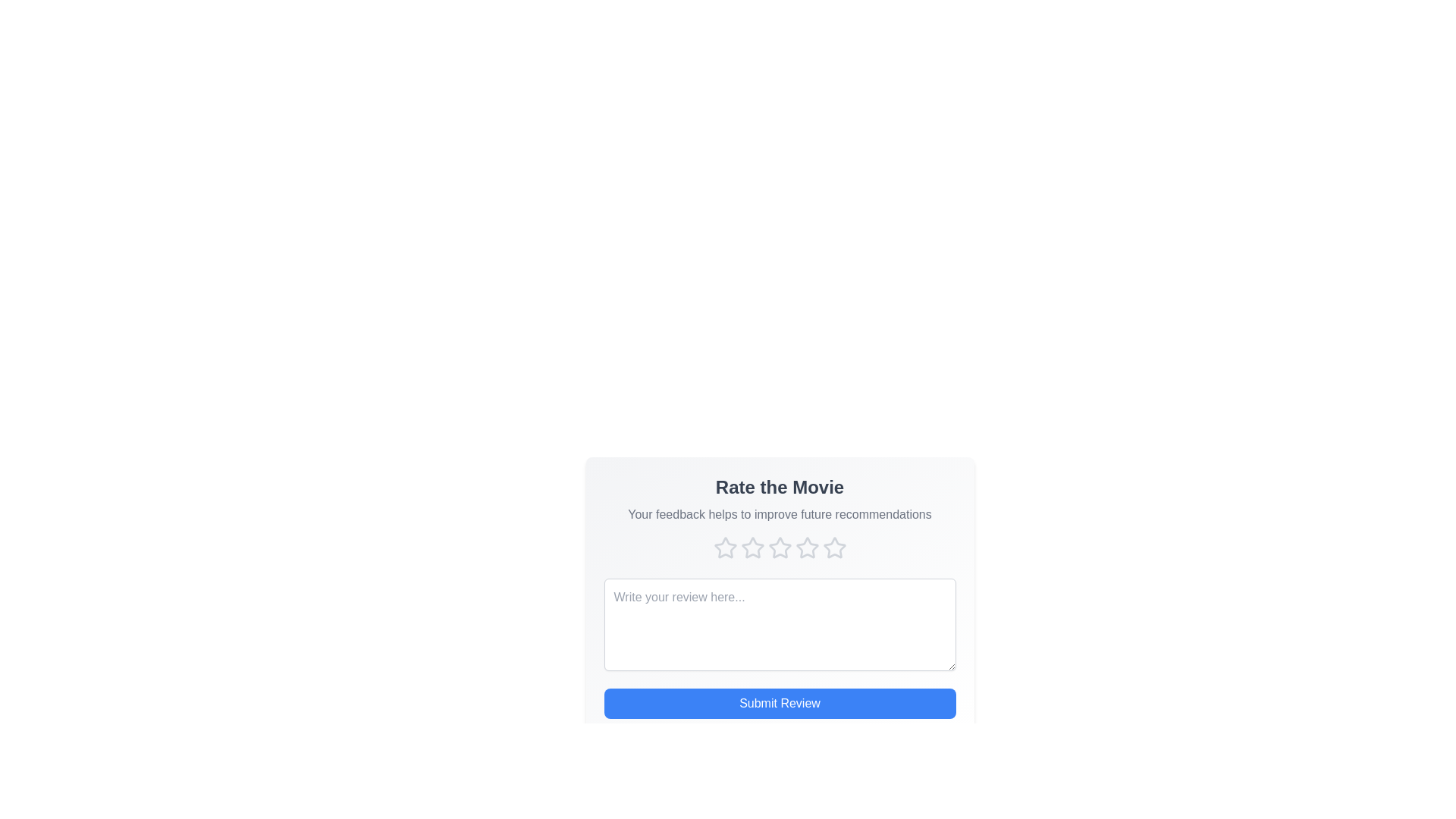 The height and width of the screenshot is (819, 1456). I want to click on the 'Submit Review' button, which has a blue background and white text, located at the bottom of the 'Rate the Movie' card, so click(780, 704).